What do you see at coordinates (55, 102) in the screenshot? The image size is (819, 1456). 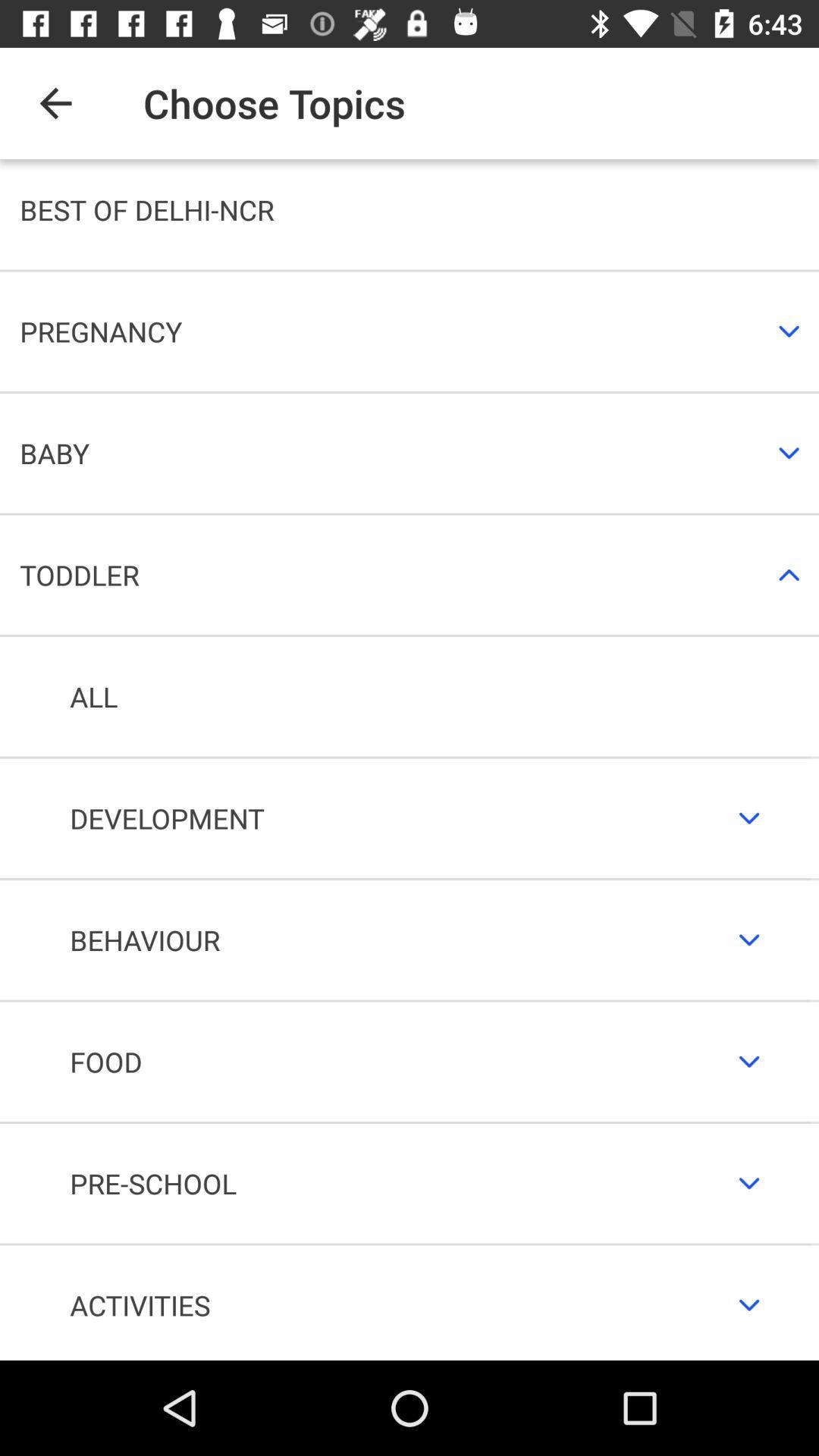 I see `the item next to the choose topics item` at bounding box center [55, 102].